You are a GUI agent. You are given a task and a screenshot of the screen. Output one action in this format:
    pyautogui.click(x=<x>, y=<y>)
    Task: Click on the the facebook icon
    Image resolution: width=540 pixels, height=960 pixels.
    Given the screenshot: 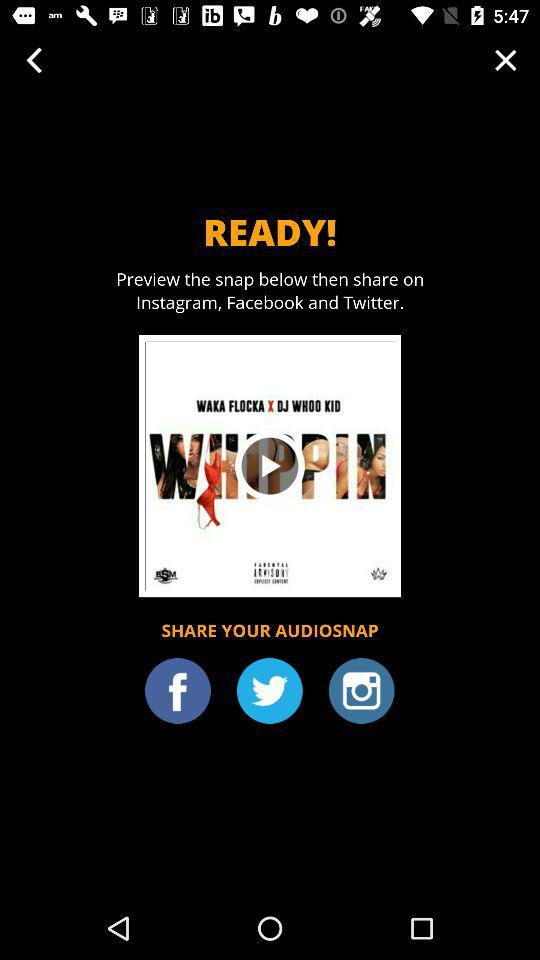 What is the action you would take?
    pyautogui.click(x=177, y=690)
    